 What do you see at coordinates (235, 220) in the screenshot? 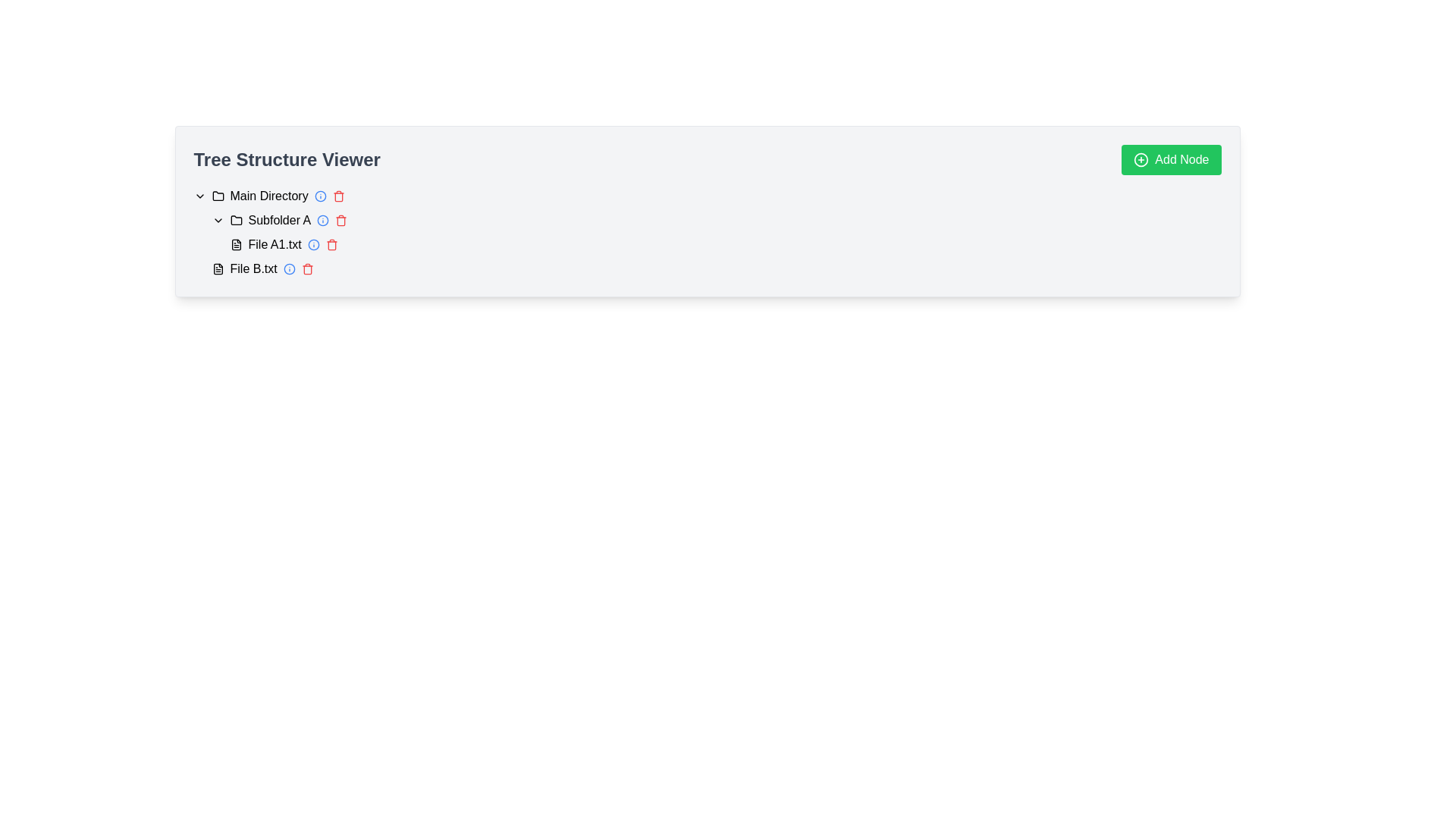
I see `the Icon (Folder) representing 'Subfolder A' located in the 'Tree Structure Viewer' panel, positioned below the 'Main Directory' entry` at bounding box center [235, 220].